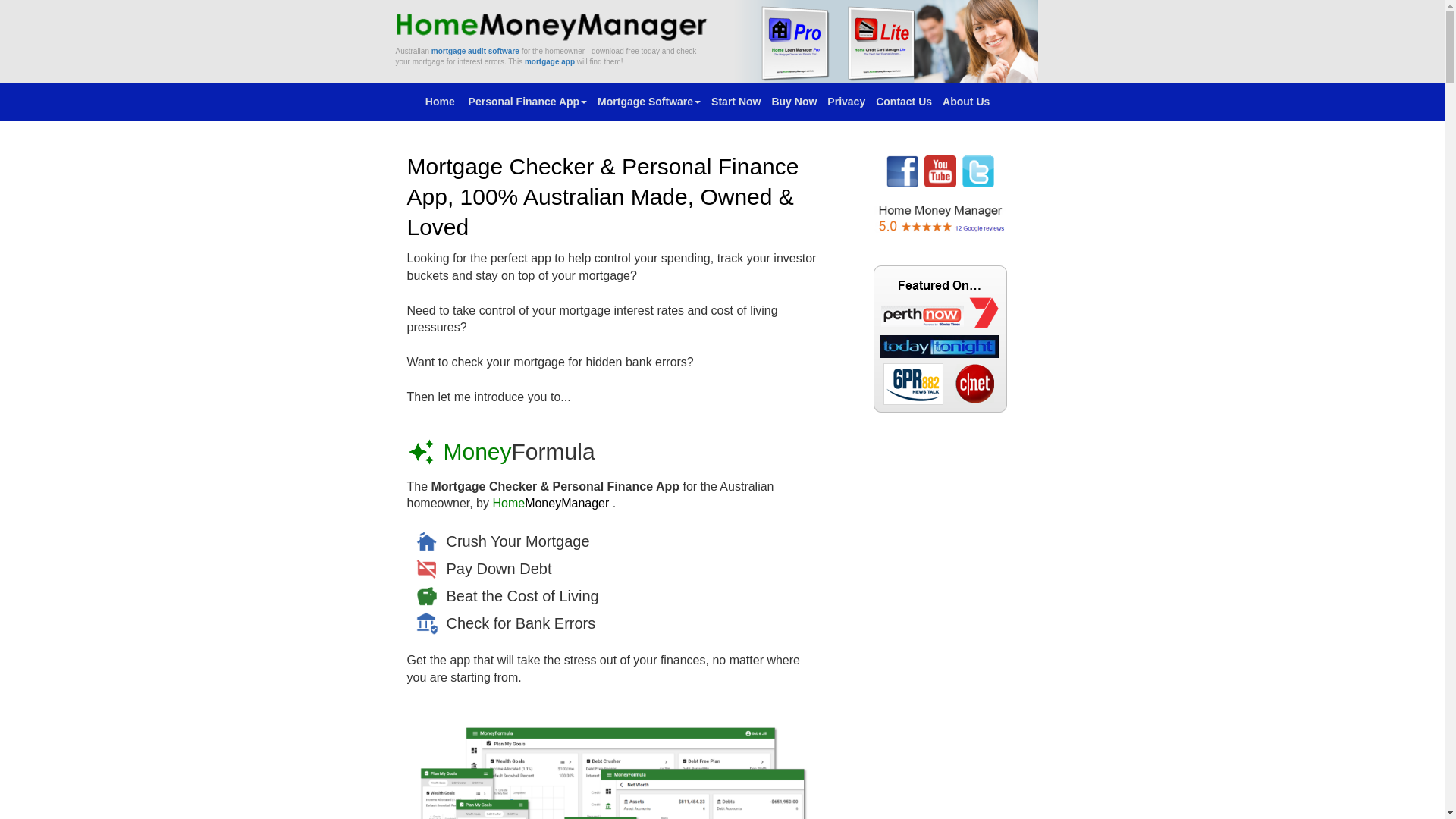 This screenshot has height=819, width=1456. I want to click on 'Mortgage Software', so click(648, 102).